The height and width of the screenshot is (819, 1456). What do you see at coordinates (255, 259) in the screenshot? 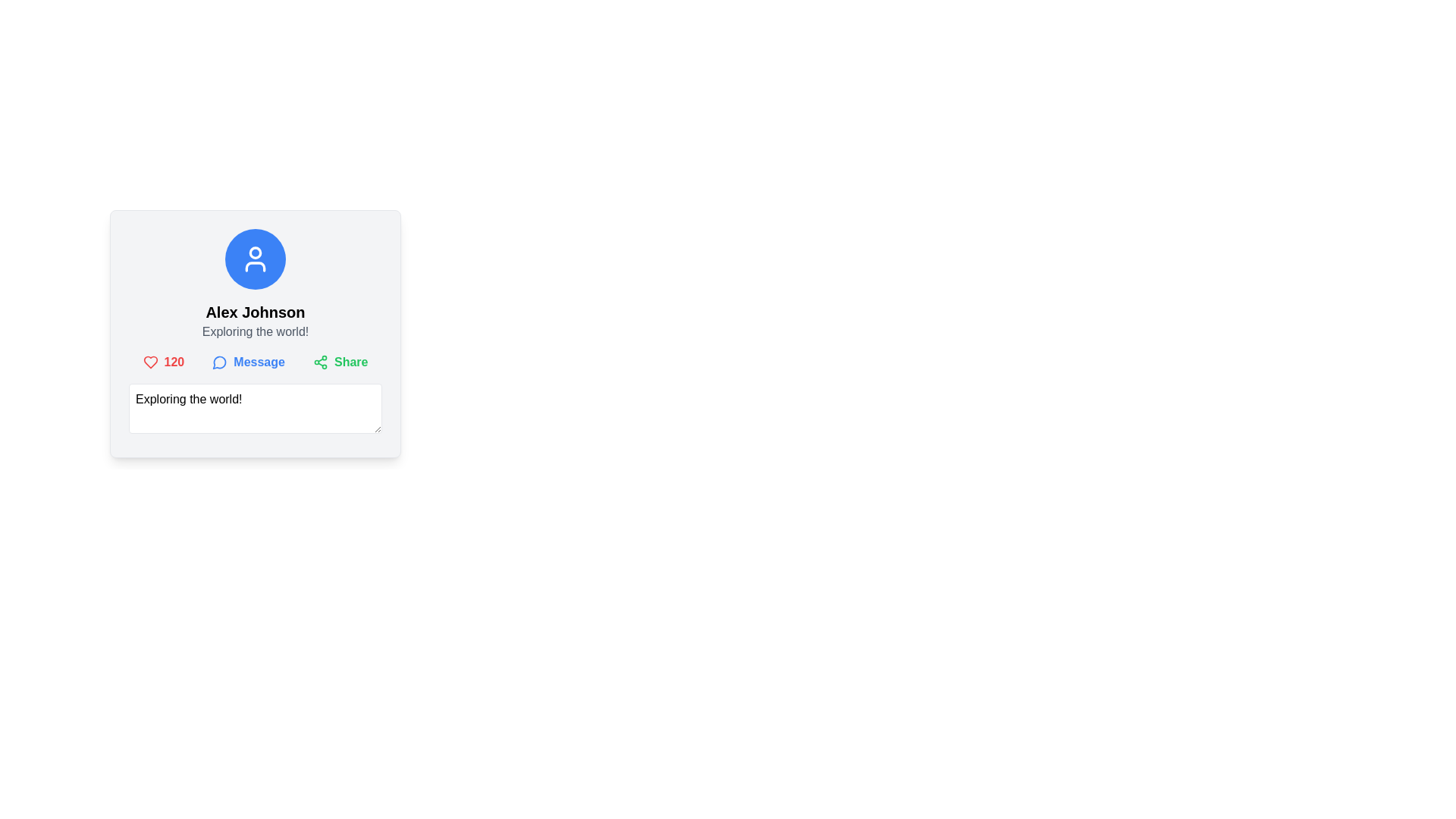
I see `the user silhouette icon with a blue background, located at the top center of the card displaying 'Alex Johnson' and 'Exploring the world!'` at bounding box center [255, 259].